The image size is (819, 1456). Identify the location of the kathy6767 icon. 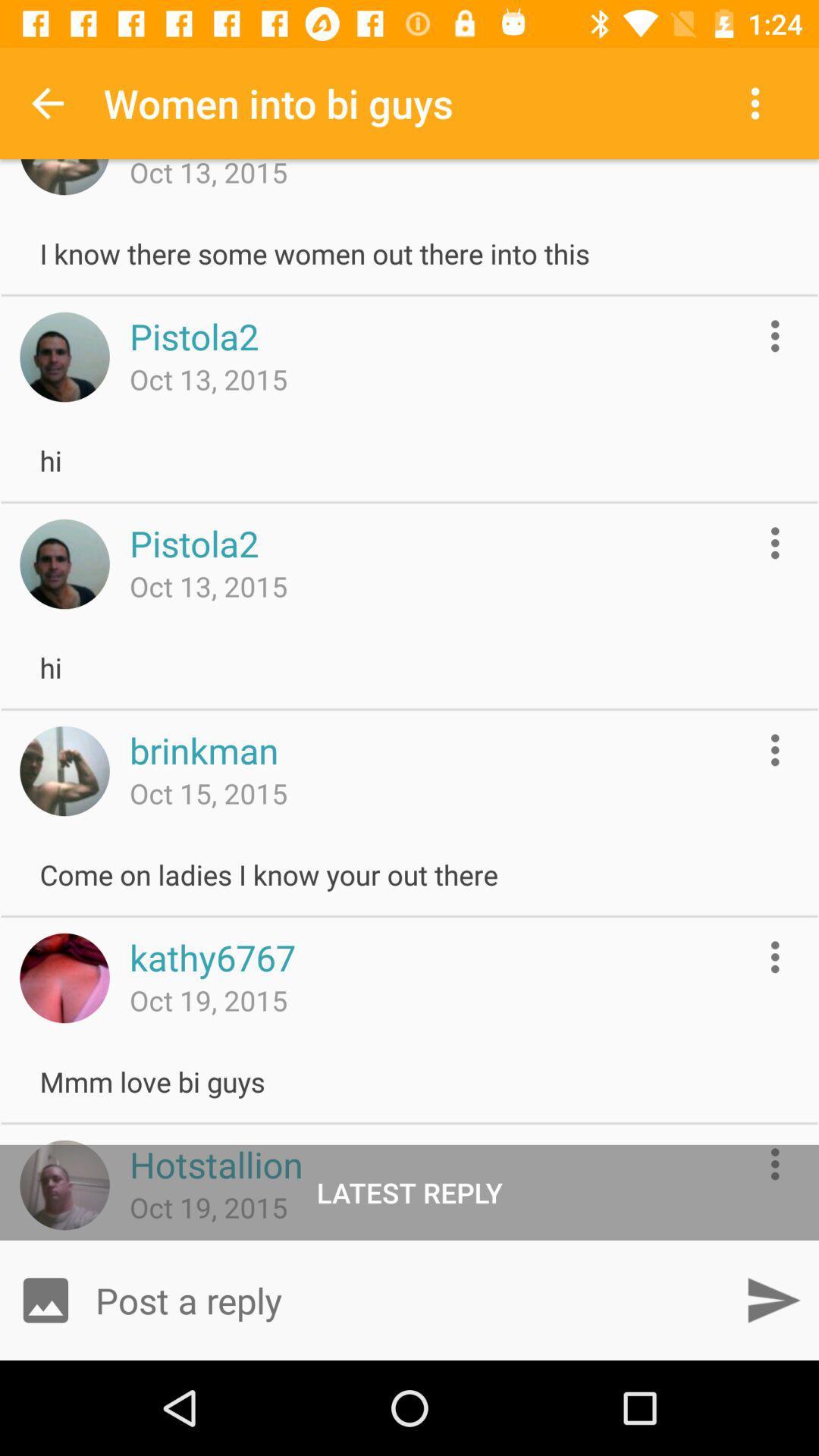
(212, 956).